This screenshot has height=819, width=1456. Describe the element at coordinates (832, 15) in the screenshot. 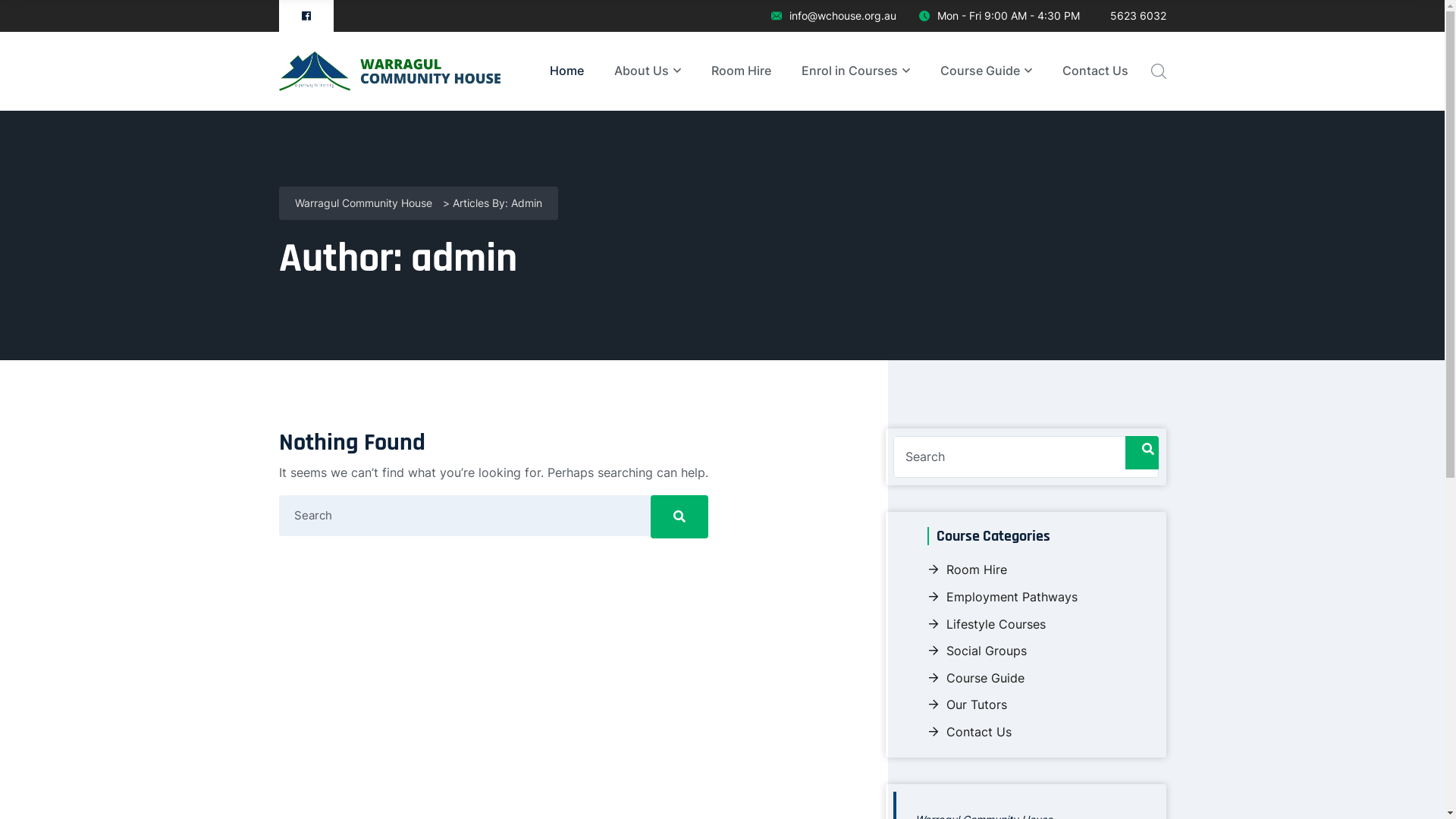

I see `'info@wchouse.org.au'` at that location.